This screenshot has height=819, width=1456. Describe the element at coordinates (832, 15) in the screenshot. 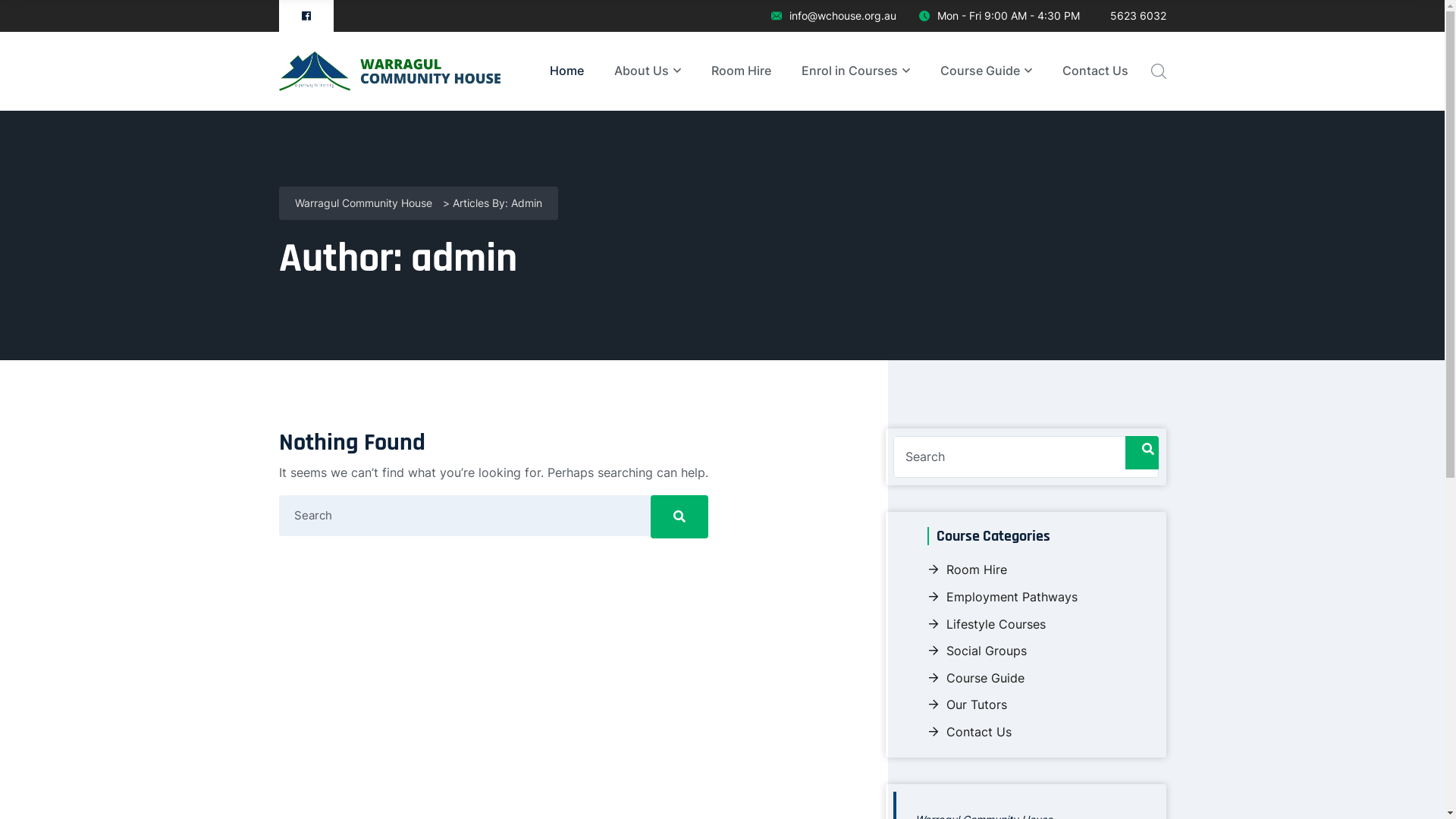

I see `'info@wchouse.org.au'` at that location.